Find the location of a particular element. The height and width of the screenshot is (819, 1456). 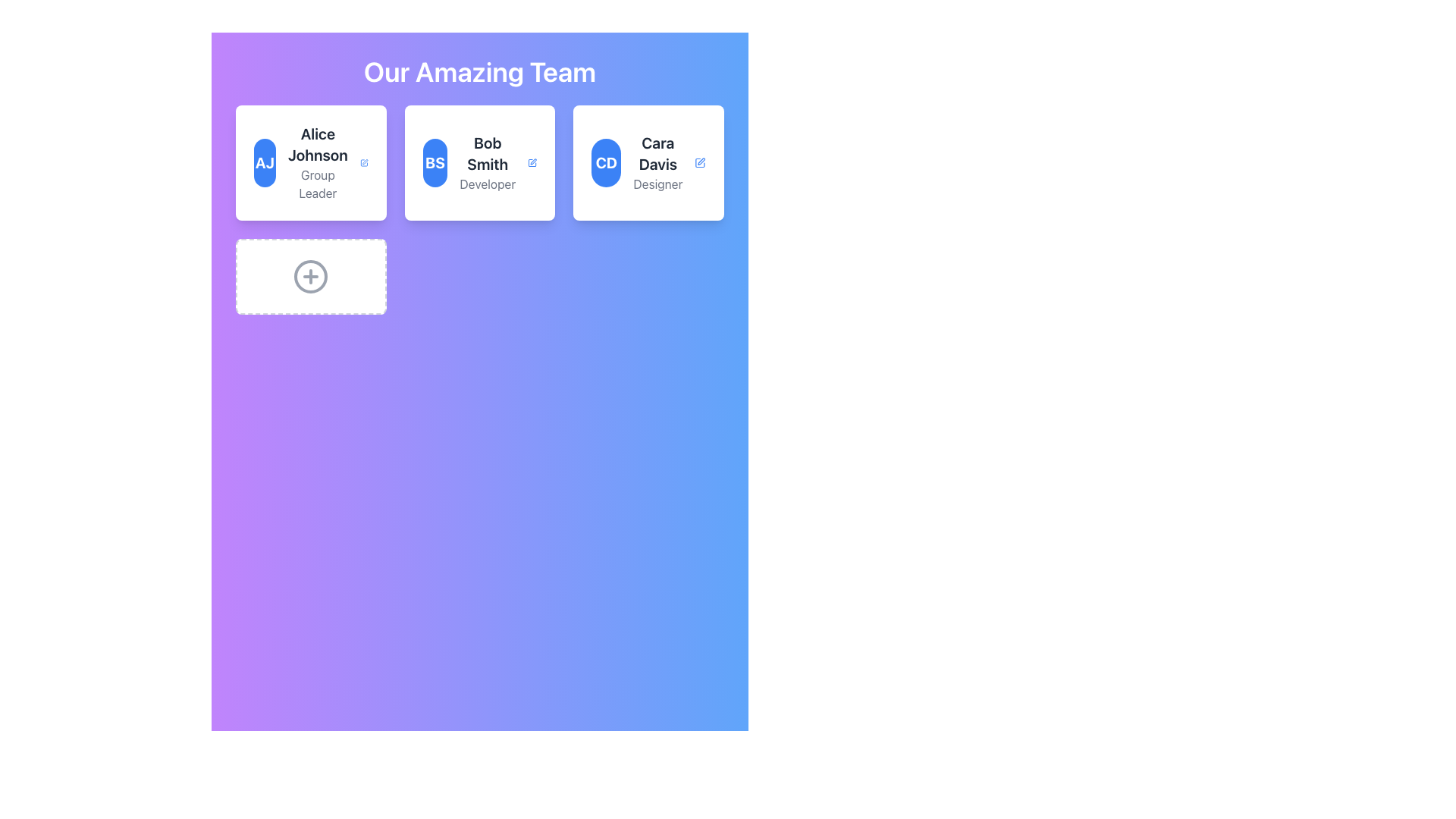

the circular outline icon with a plus symbol, located in the row of cards under the heading 'Our Amazing Team' is located at coordinates (310, 277).